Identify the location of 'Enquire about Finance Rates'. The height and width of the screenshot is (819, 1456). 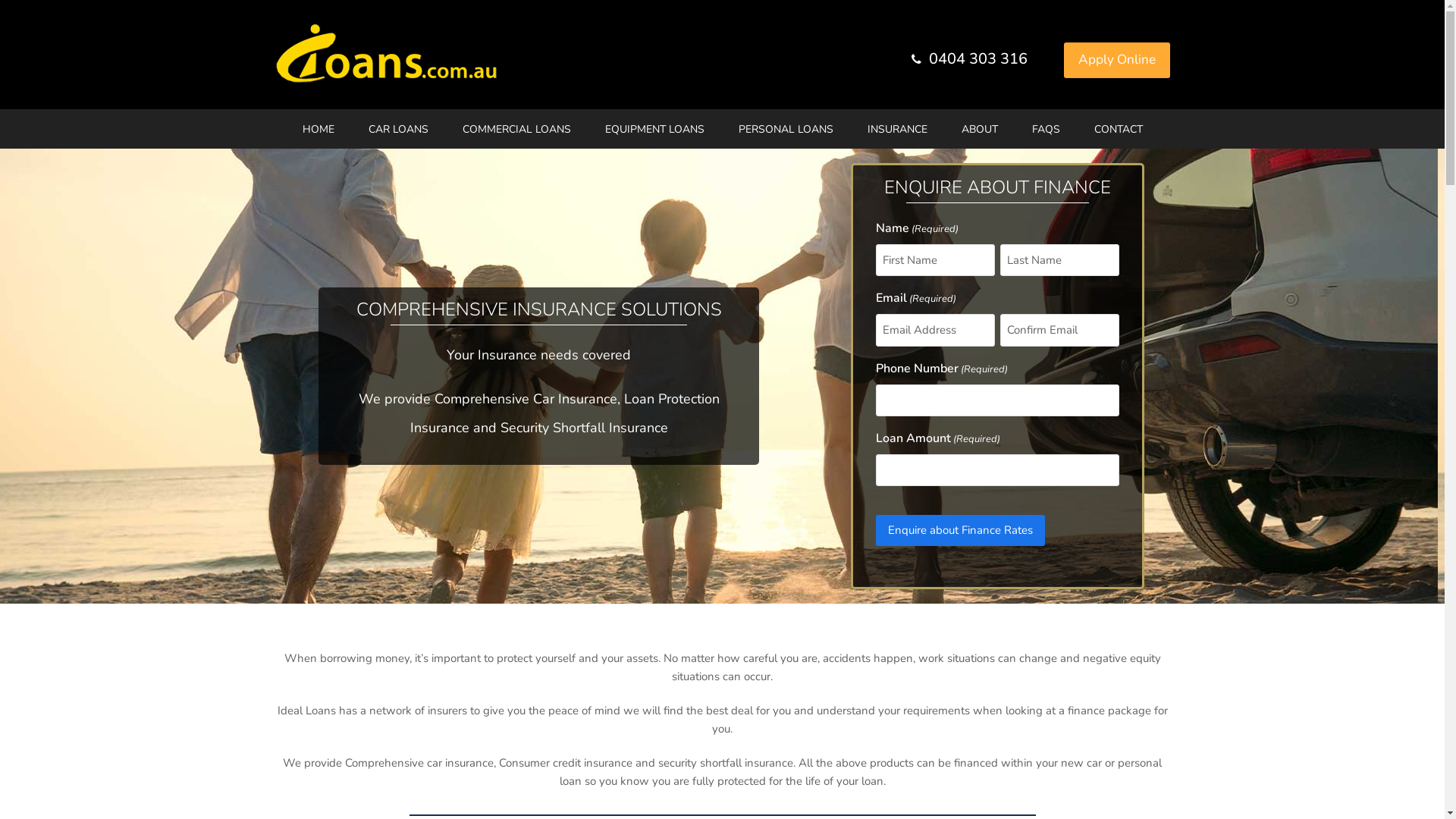
(959, 529).